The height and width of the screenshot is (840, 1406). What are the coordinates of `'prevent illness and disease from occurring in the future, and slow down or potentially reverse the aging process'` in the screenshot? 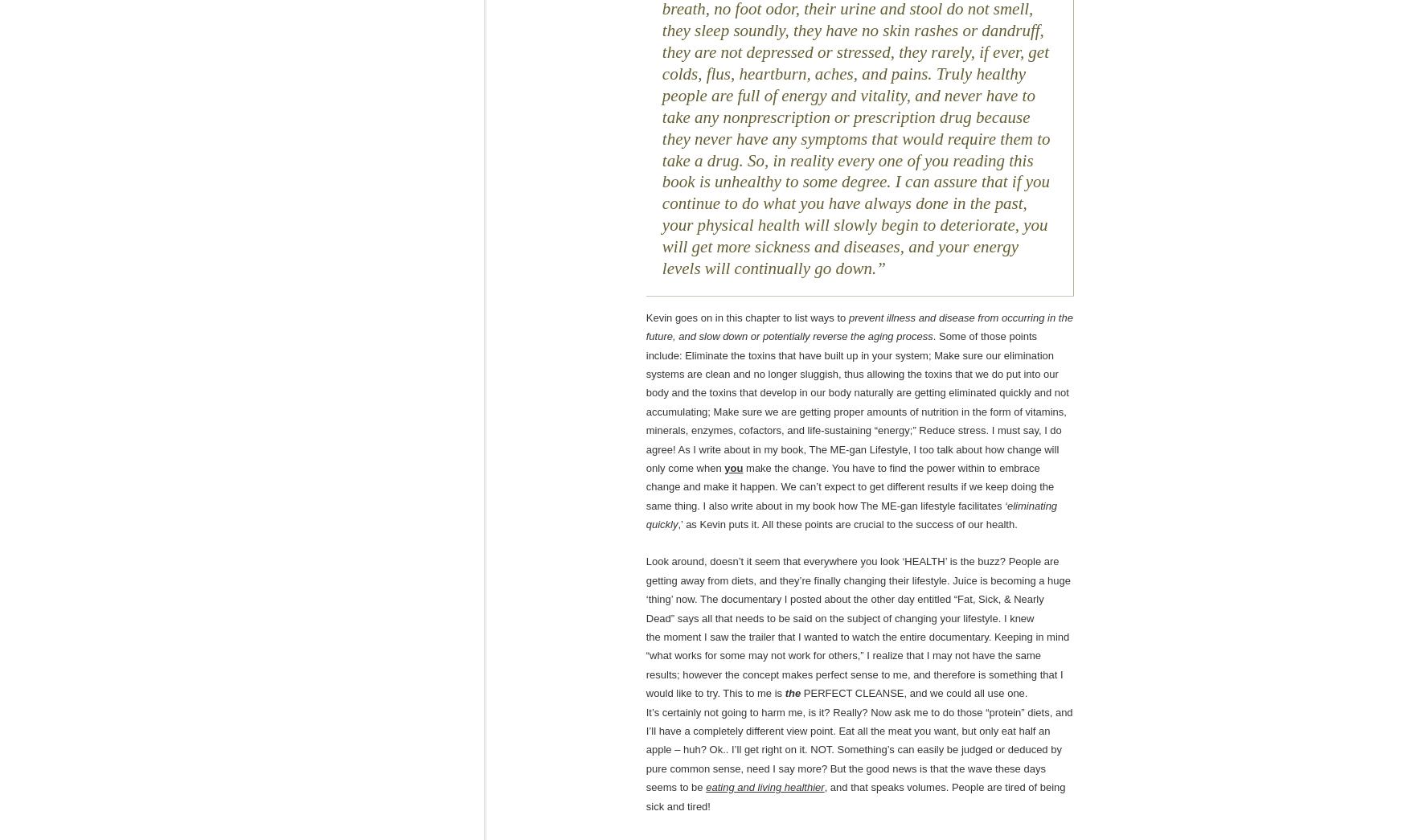 It's located at (859, 326).